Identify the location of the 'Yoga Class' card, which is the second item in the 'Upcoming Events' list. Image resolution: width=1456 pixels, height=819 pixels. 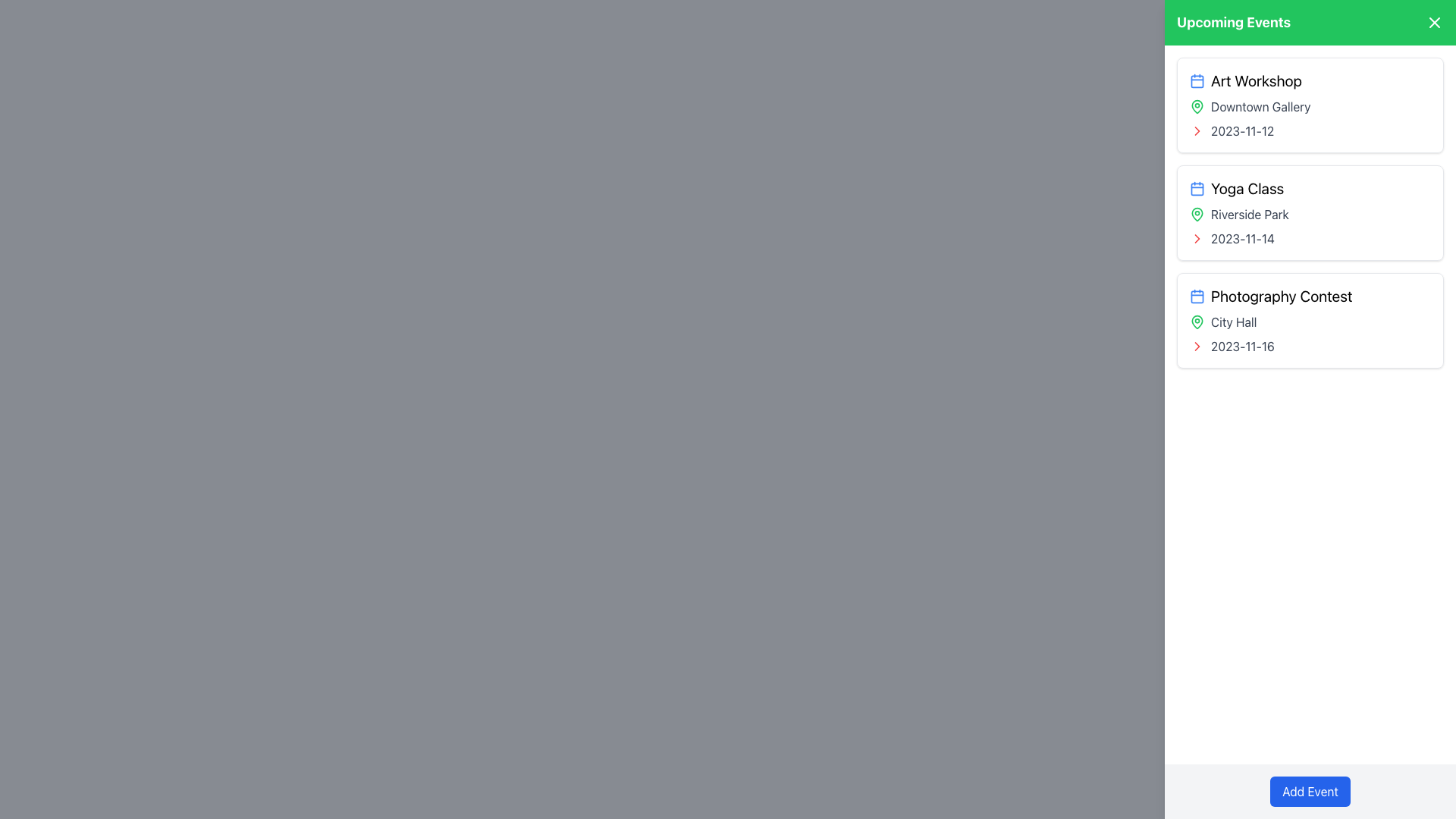
(1310, 213).